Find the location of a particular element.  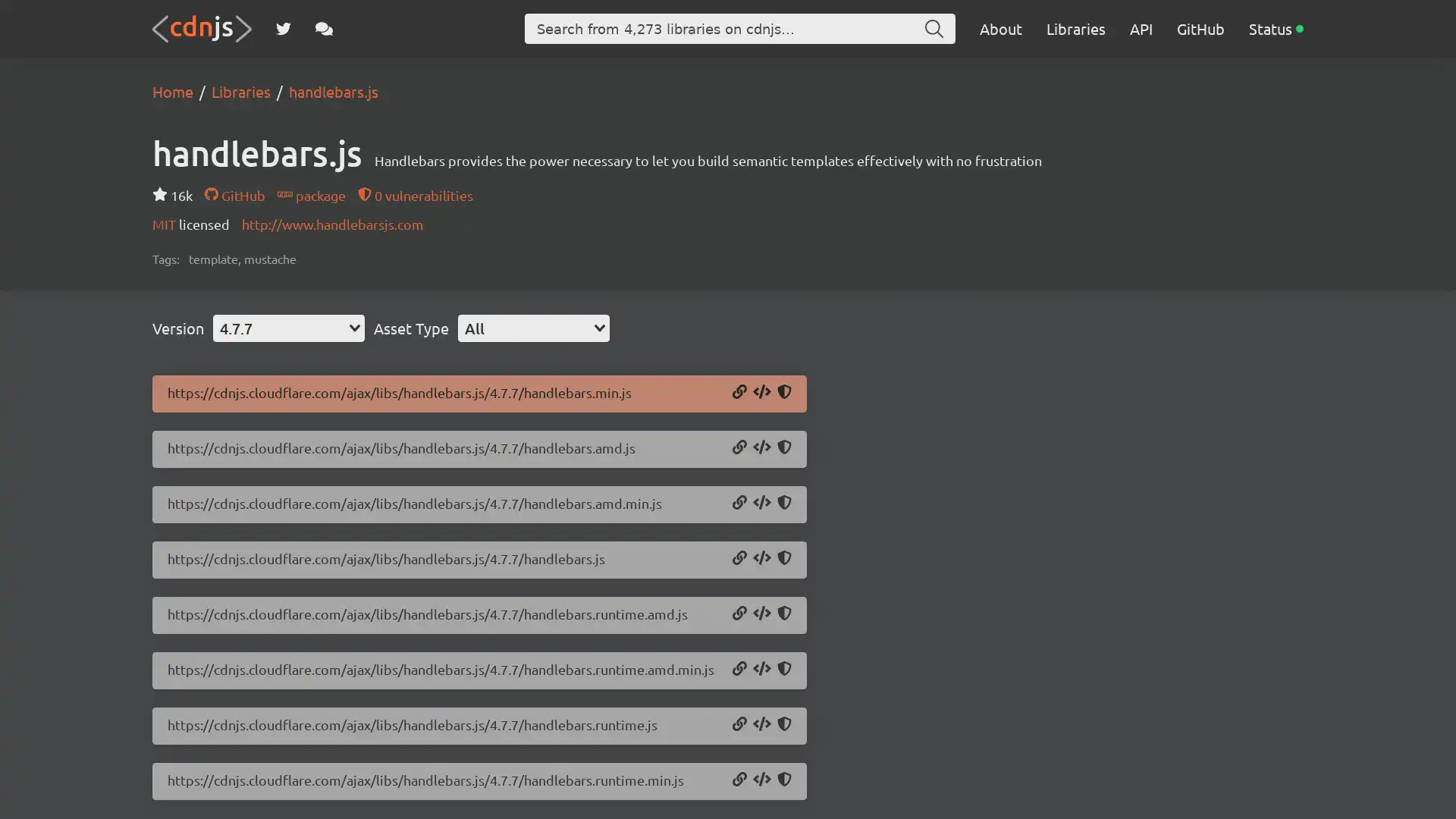

Search is located at coordinates (934, 29).